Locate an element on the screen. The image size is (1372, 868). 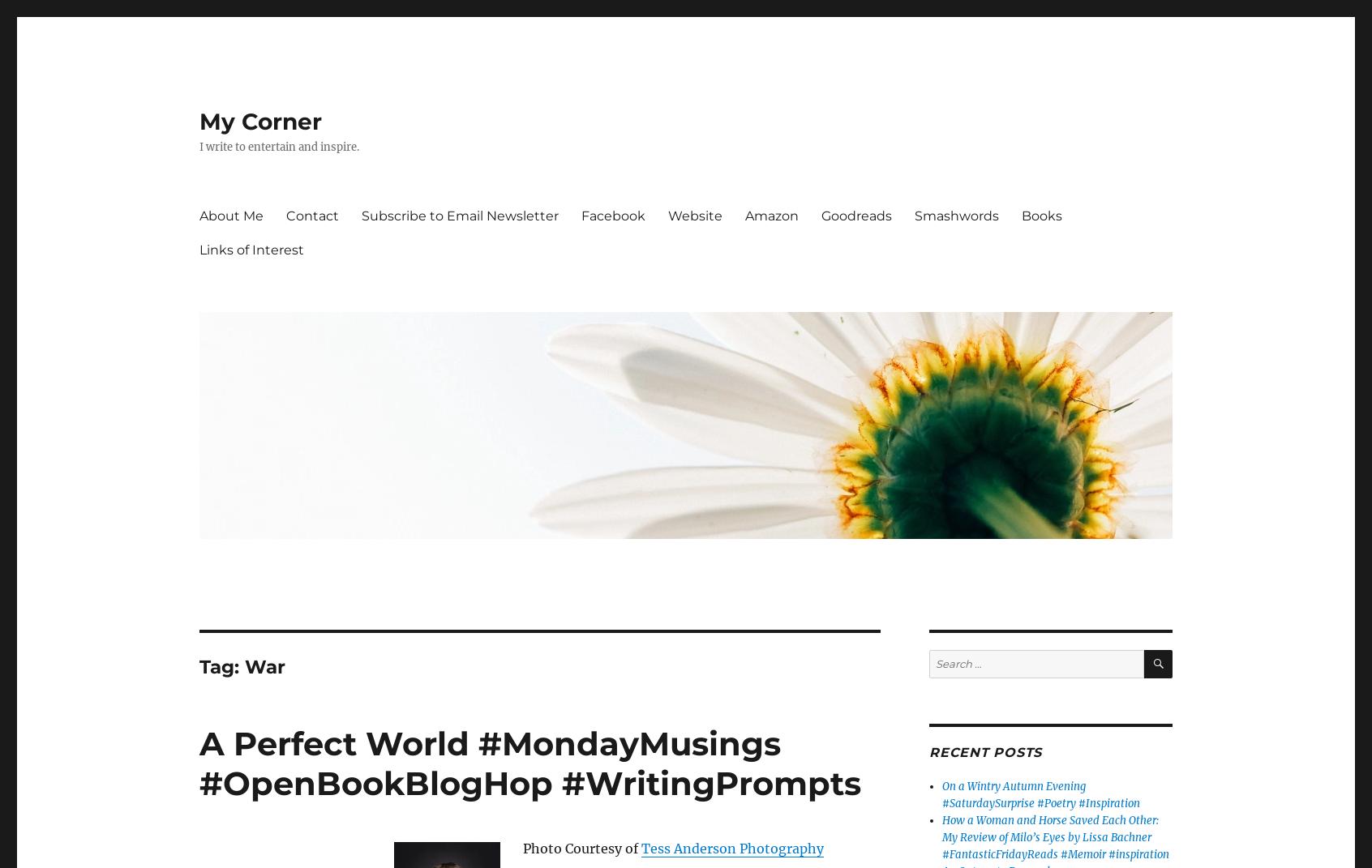
'Smashwords' is located at coordinates (956, 215).